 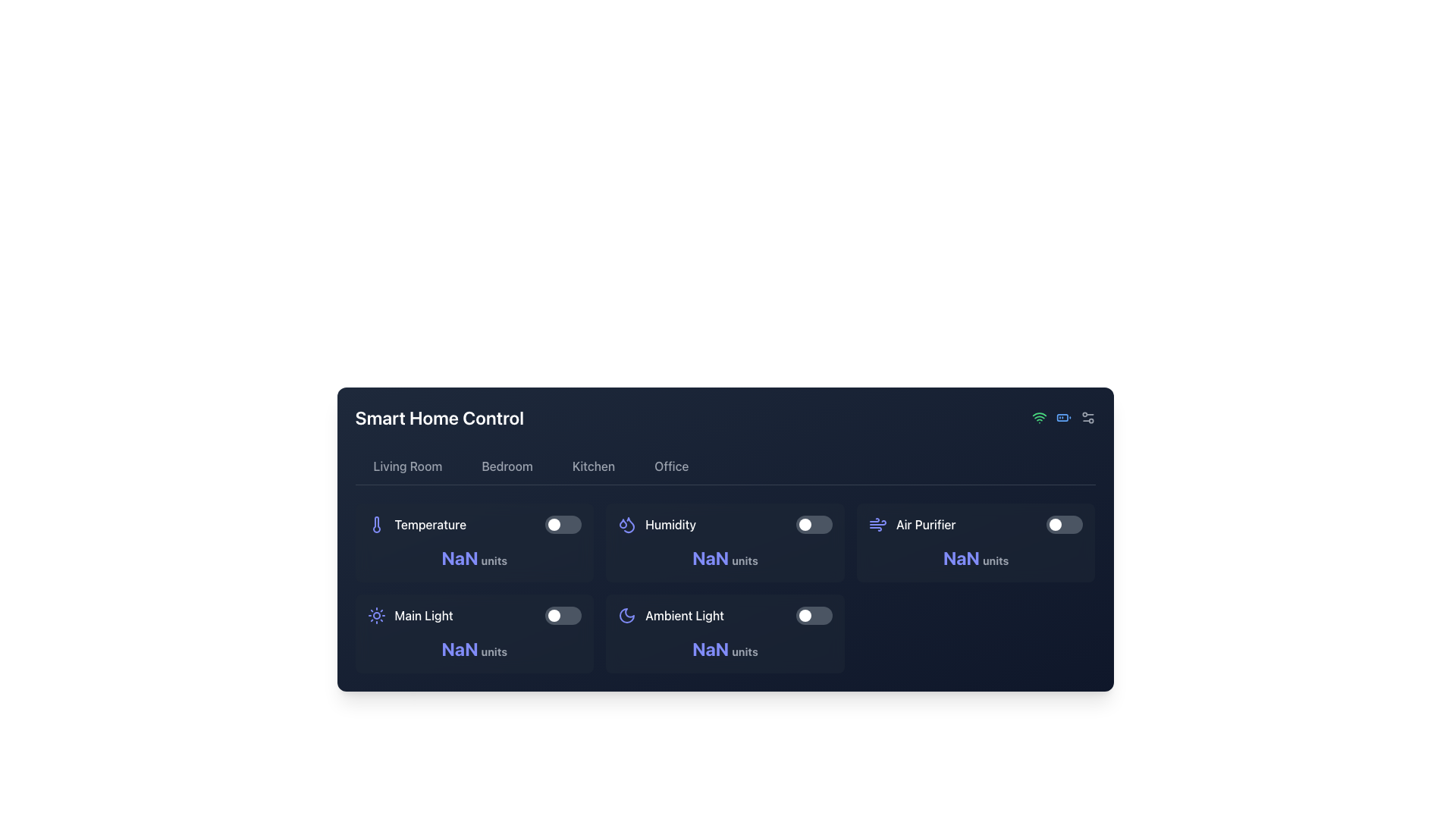 What do you see at coordinates (376, 523) in the screenshot?
I see `the red temperature icon located in the 'Temperature' section of the 'Smart Home Control' interface, which is positioned left of the 'Temperature' label and below the 'Living Room' tab` at bounding box center [376, 523].